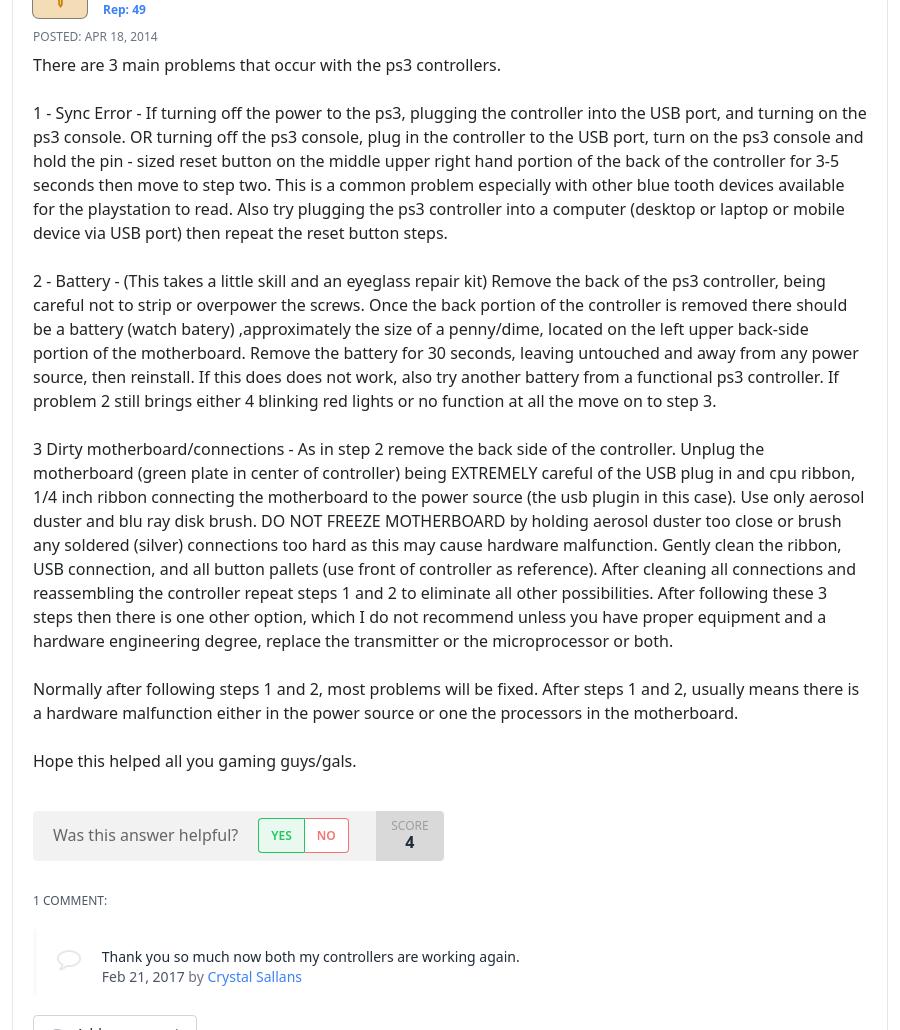 This screenshot has width=900, height=1030. What do you see at coordinates (390, 823) in the screenshot?
I see `'Score'` at bounding box center [390, 823].